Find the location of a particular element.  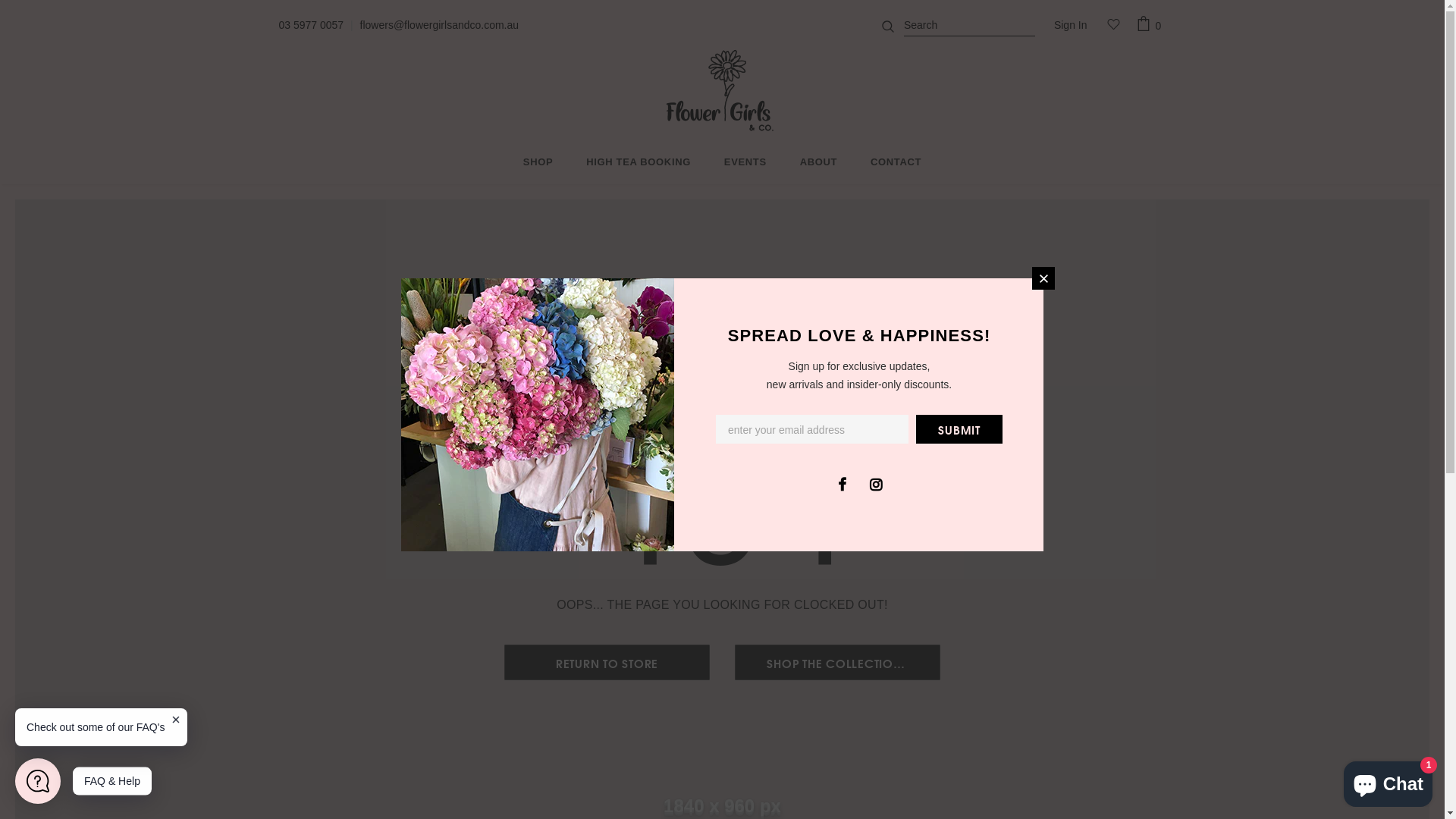

'HIGH TEA BOOKING' is located at coordinates (638, 164).